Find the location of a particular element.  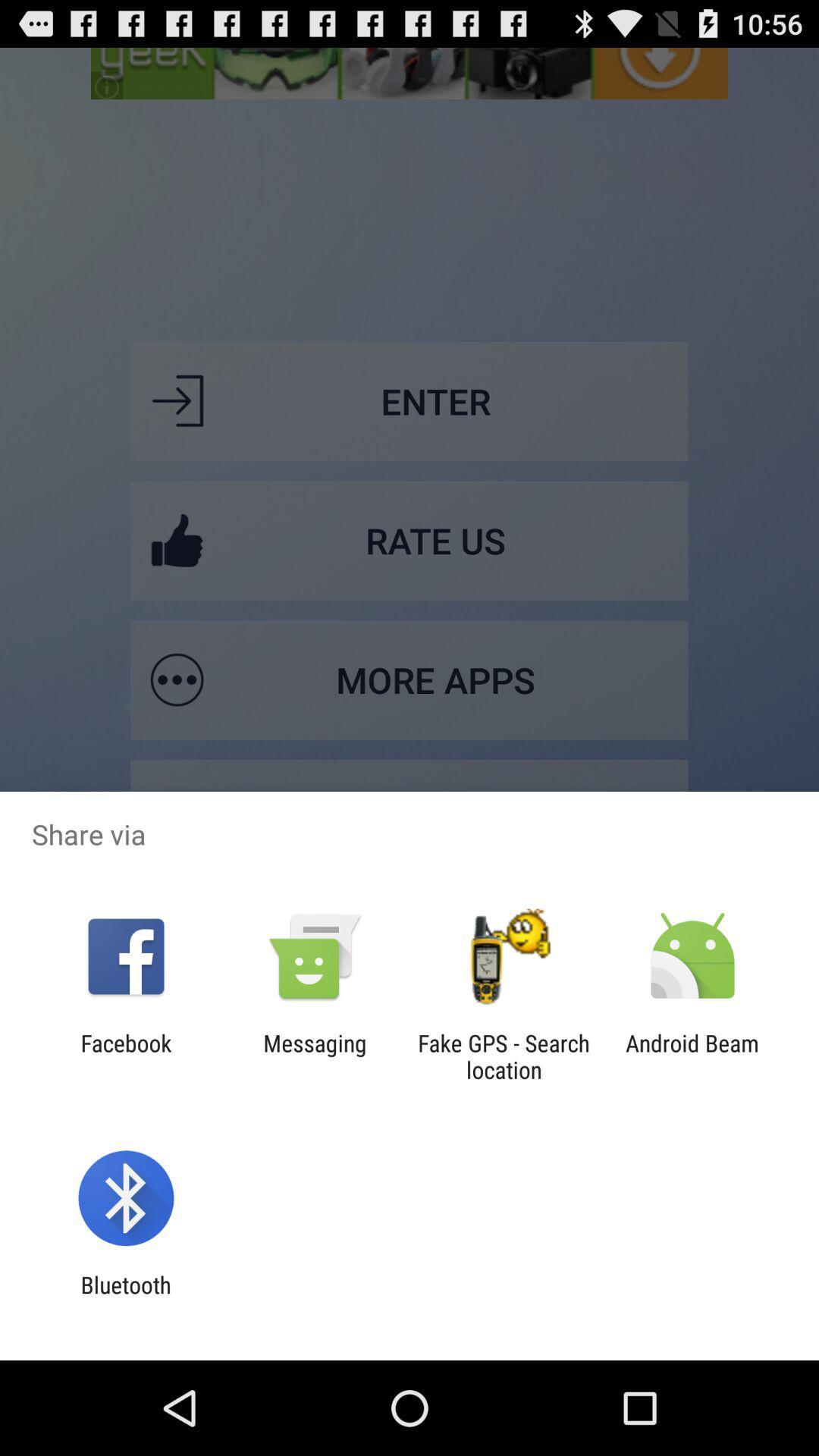

the icon to the right of the messaging icon is located at coordinates (504, 1056).